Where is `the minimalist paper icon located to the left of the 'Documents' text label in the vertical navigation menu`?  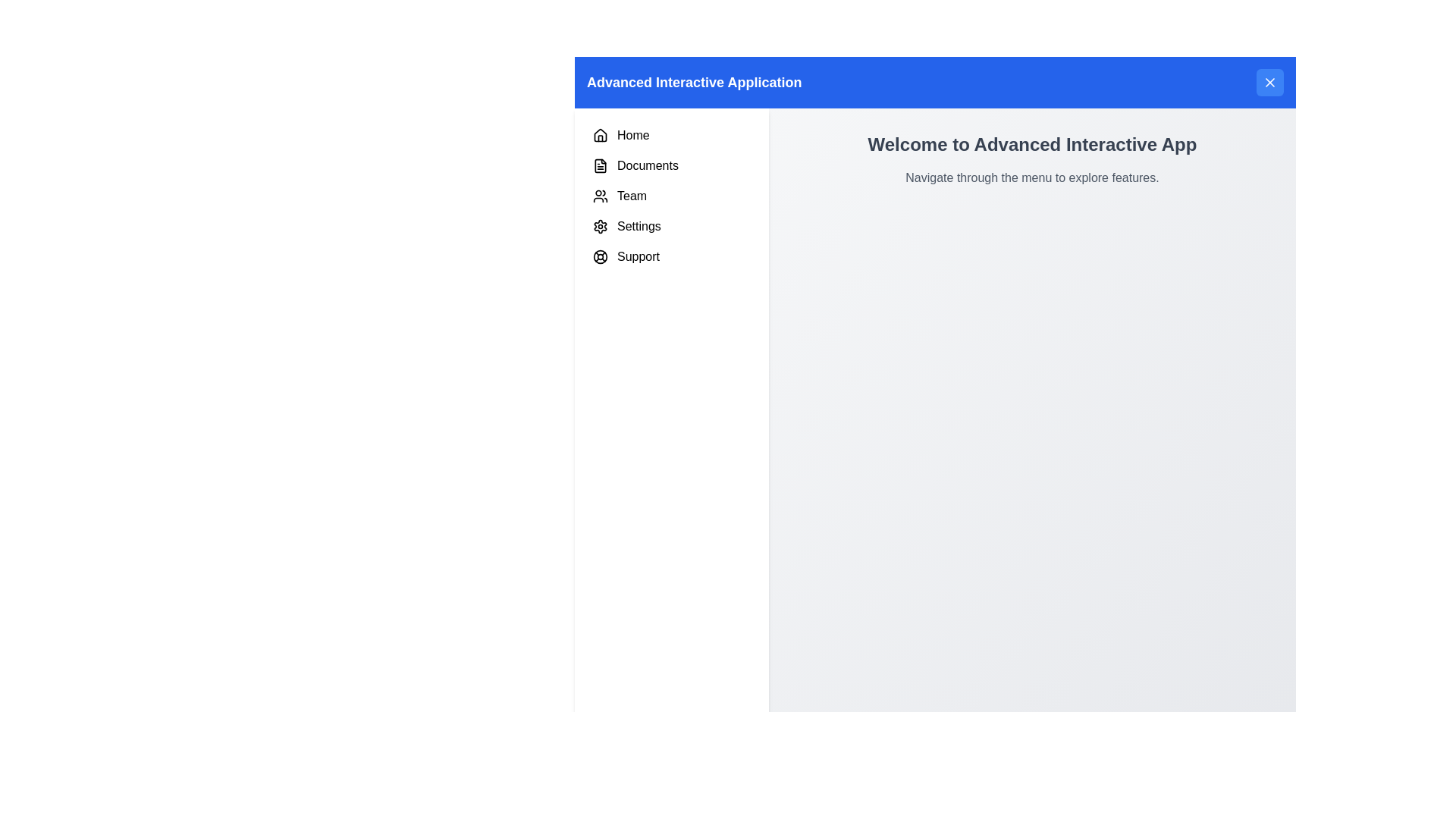 the minimalist paper icon located to the left of the 'Documents' text label in the vertical navigation menu is located at coordinates (600, 166).